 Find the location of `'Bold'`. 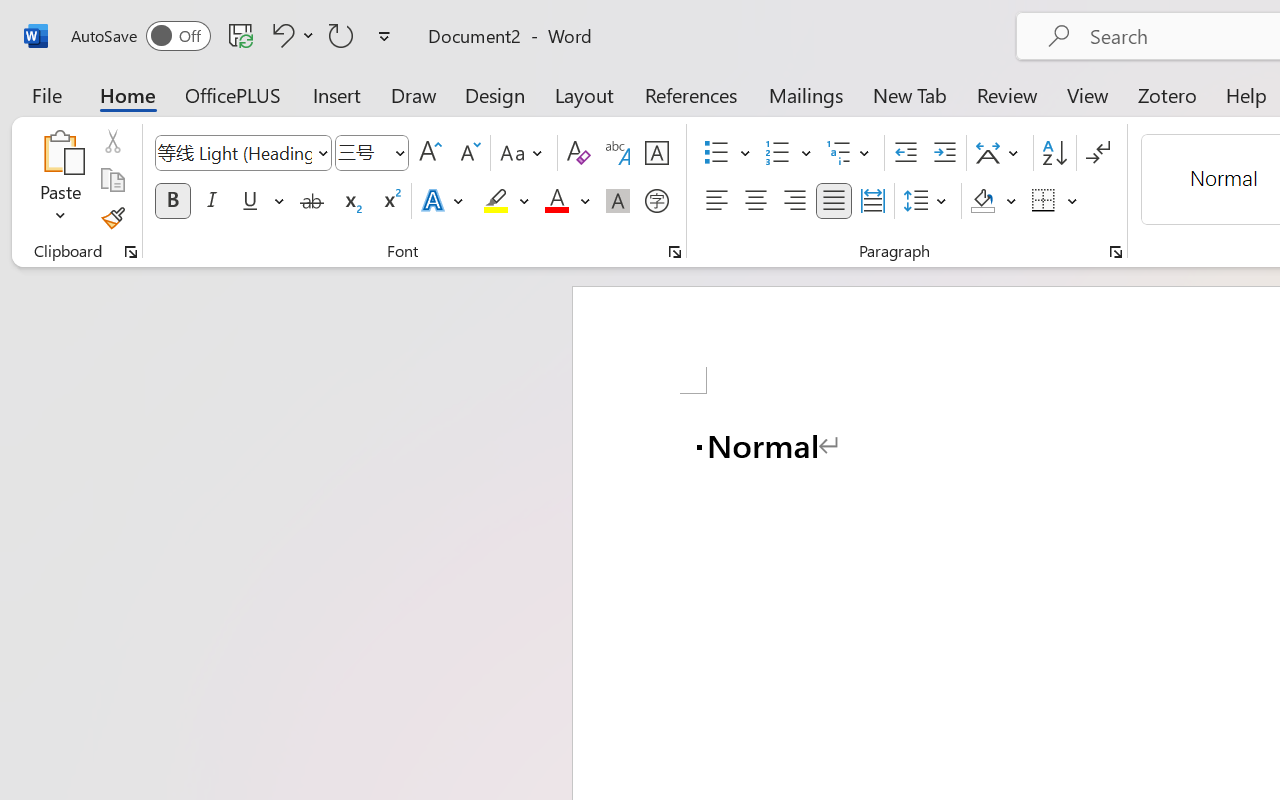

'Bold' is located at coordinates (172, 201).